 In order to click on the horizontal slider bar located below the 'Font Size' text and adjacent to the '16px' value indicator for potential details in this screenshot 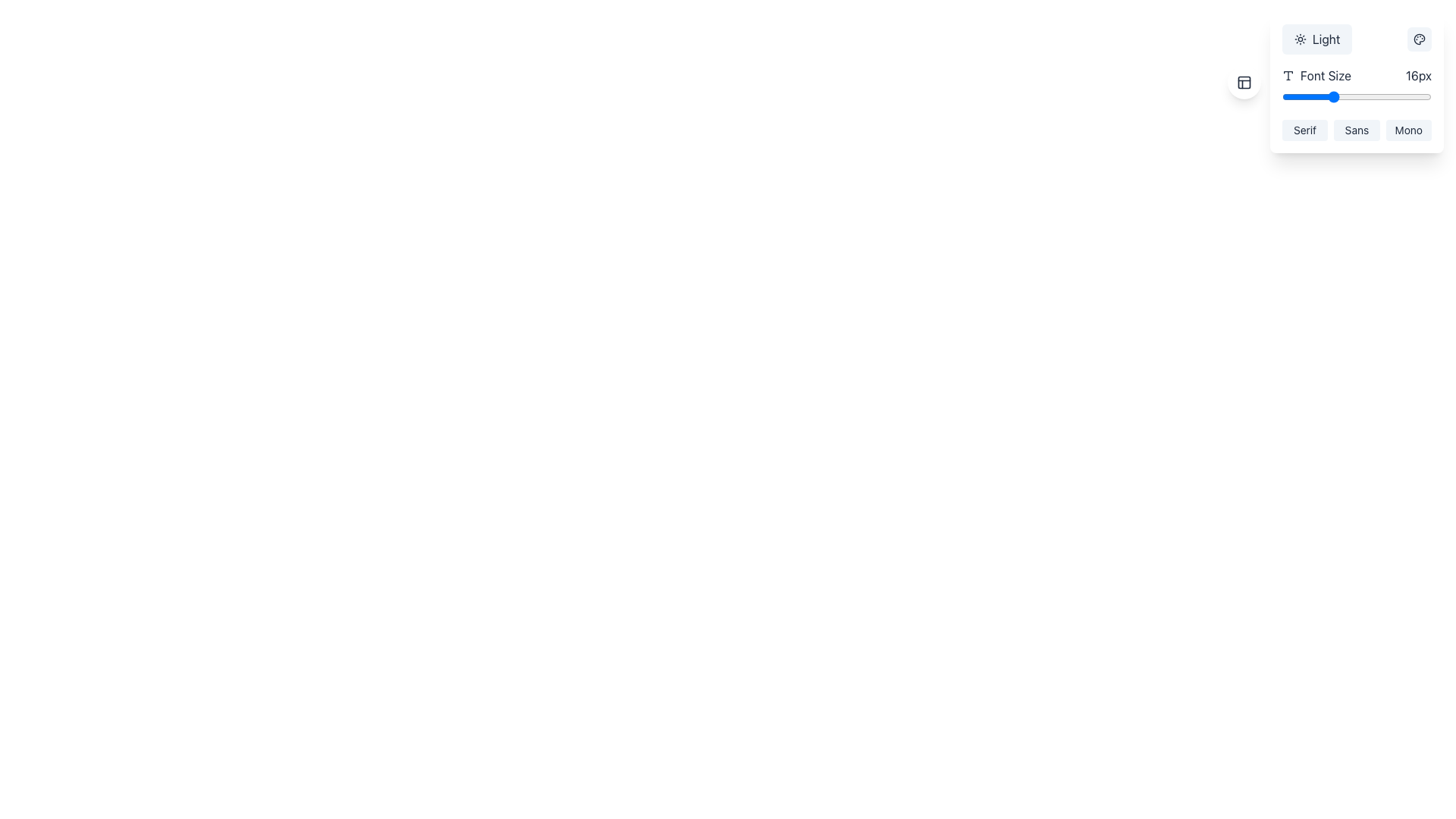, I will do `click(1357, 96)`.